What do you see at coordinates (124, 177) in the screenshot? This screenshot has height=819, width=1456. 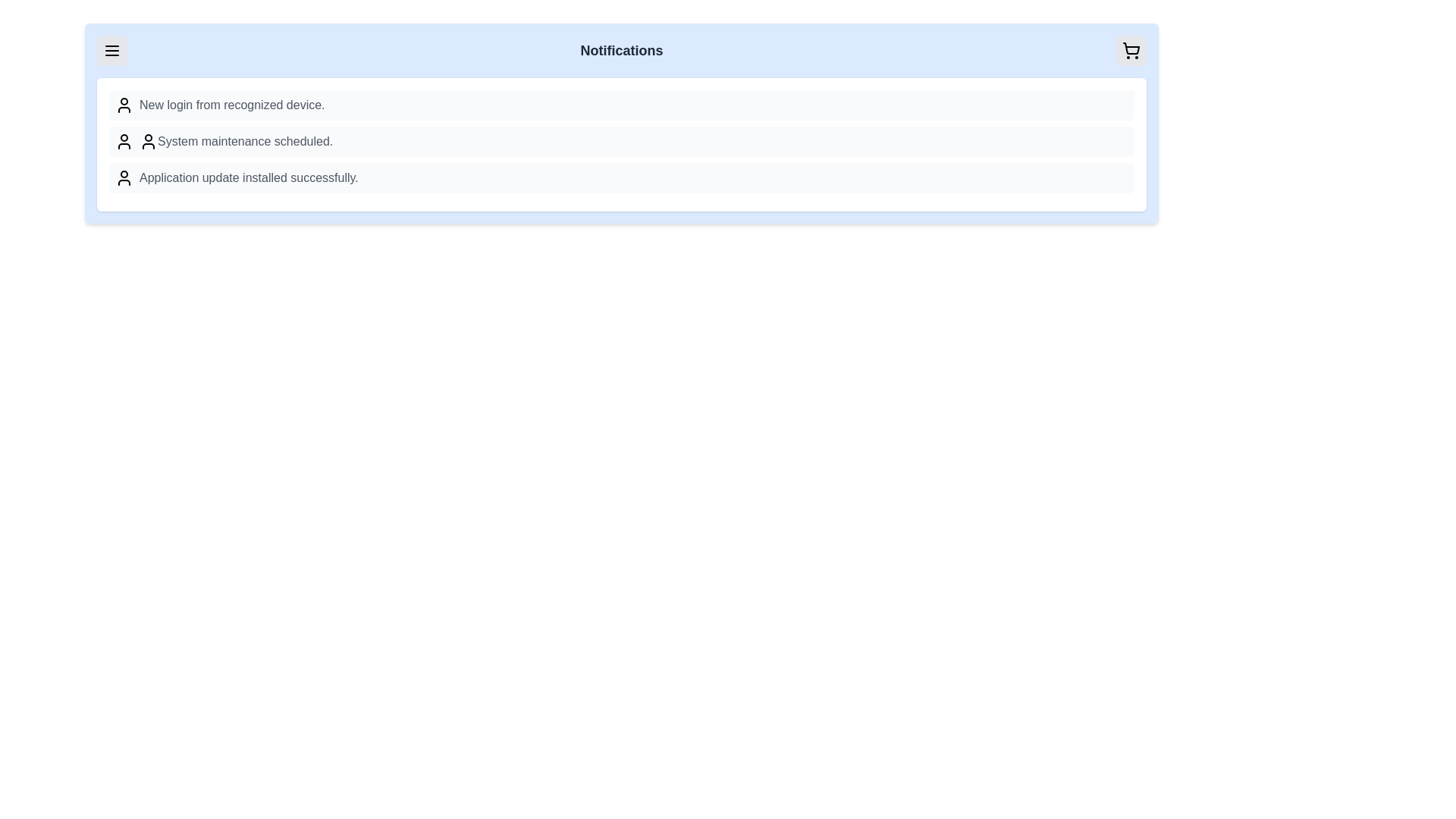 I see `the user figure icon located at the far left of the notification text 'Application update installed successfully.'` at bounding box center [124, 177].